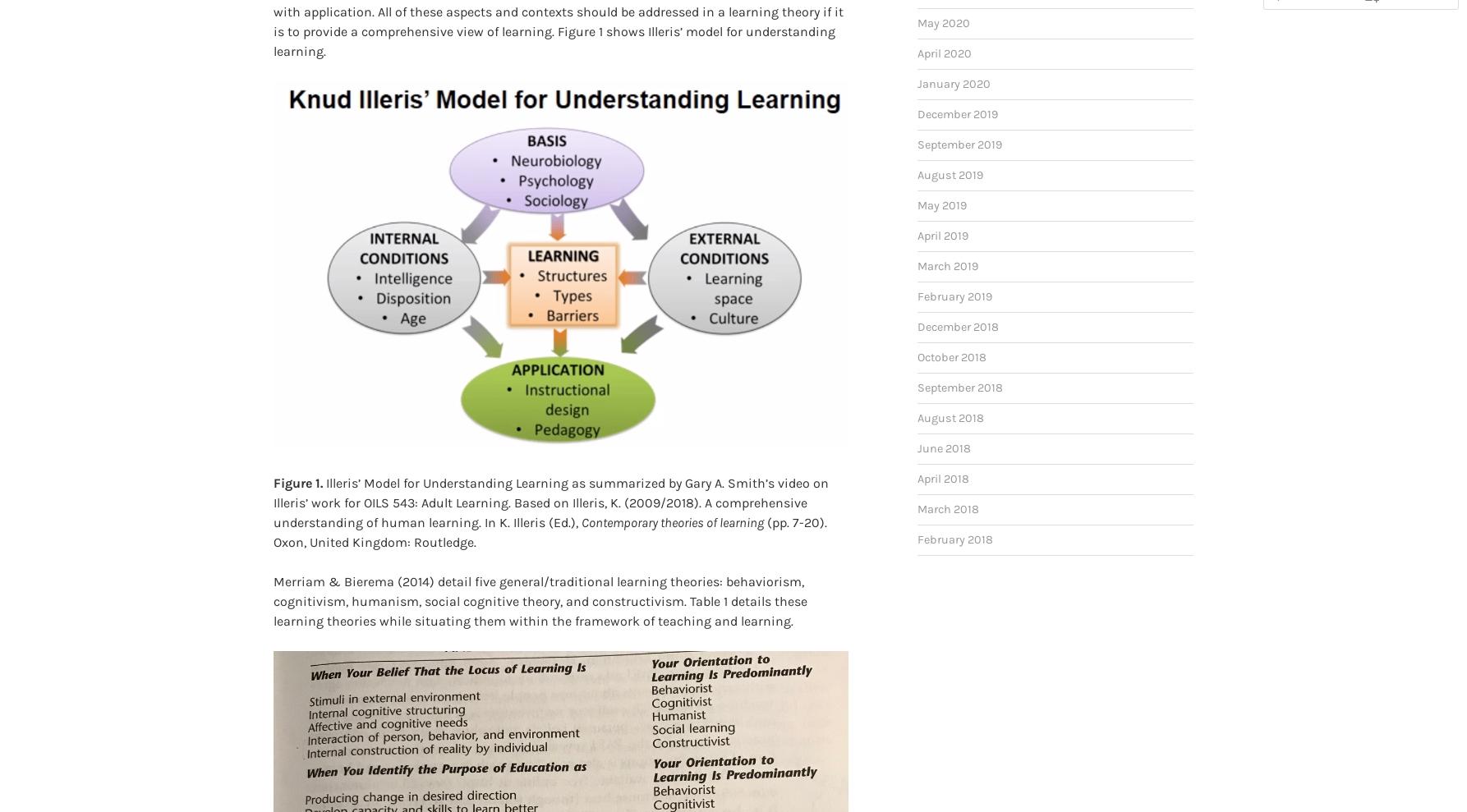 The height and width of the screenshot is (812, 1467). I want to click on 'September 2019', so click(959, 117).